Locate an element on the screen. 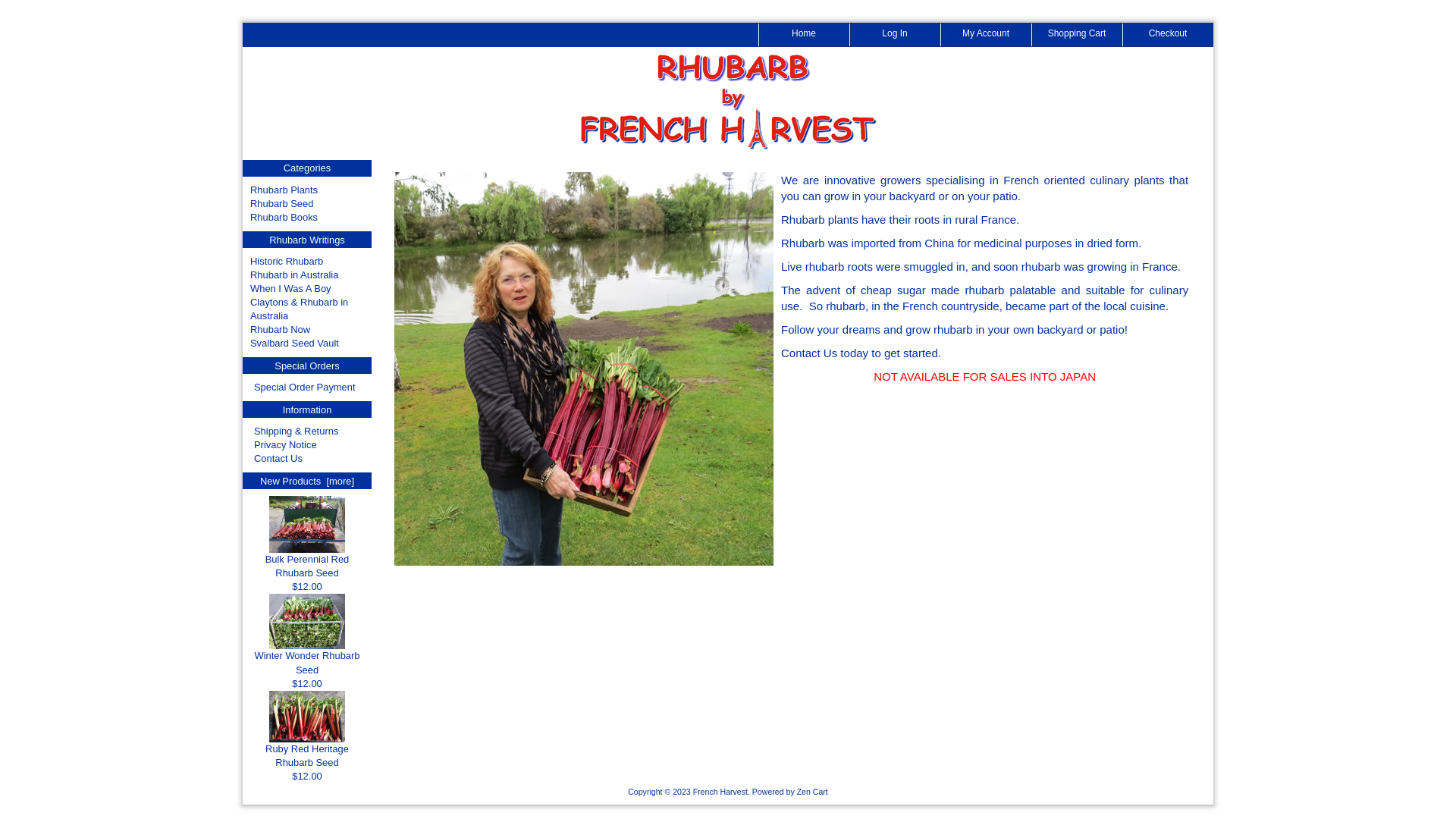  'Privacy Notice' is located at coordinates (285, 444).